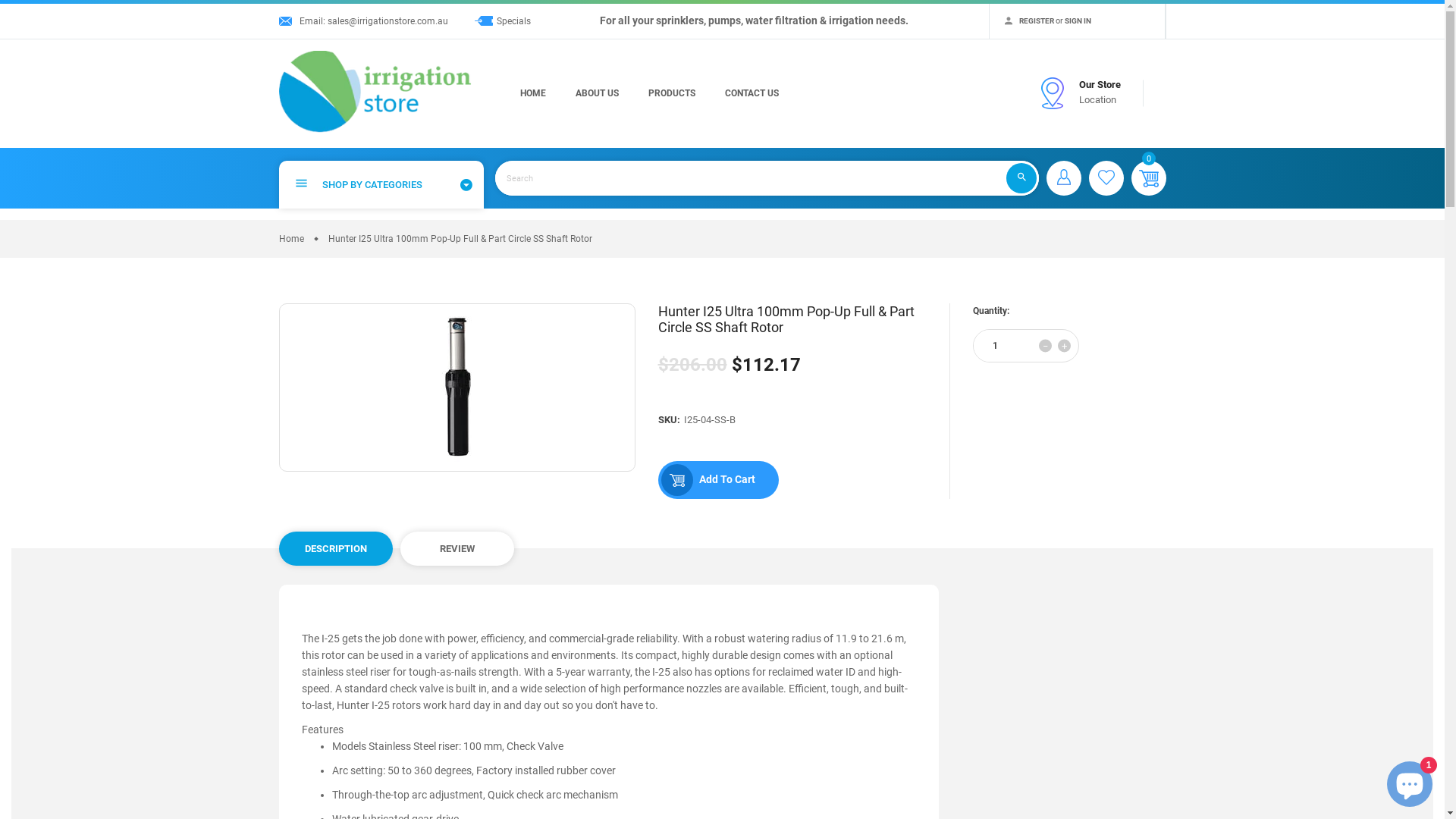 This screenshot has height=819, width=1456. Describe the element at coordinates (670, 93) in the screenshot. I see `'PRODUCTS'` at that location.